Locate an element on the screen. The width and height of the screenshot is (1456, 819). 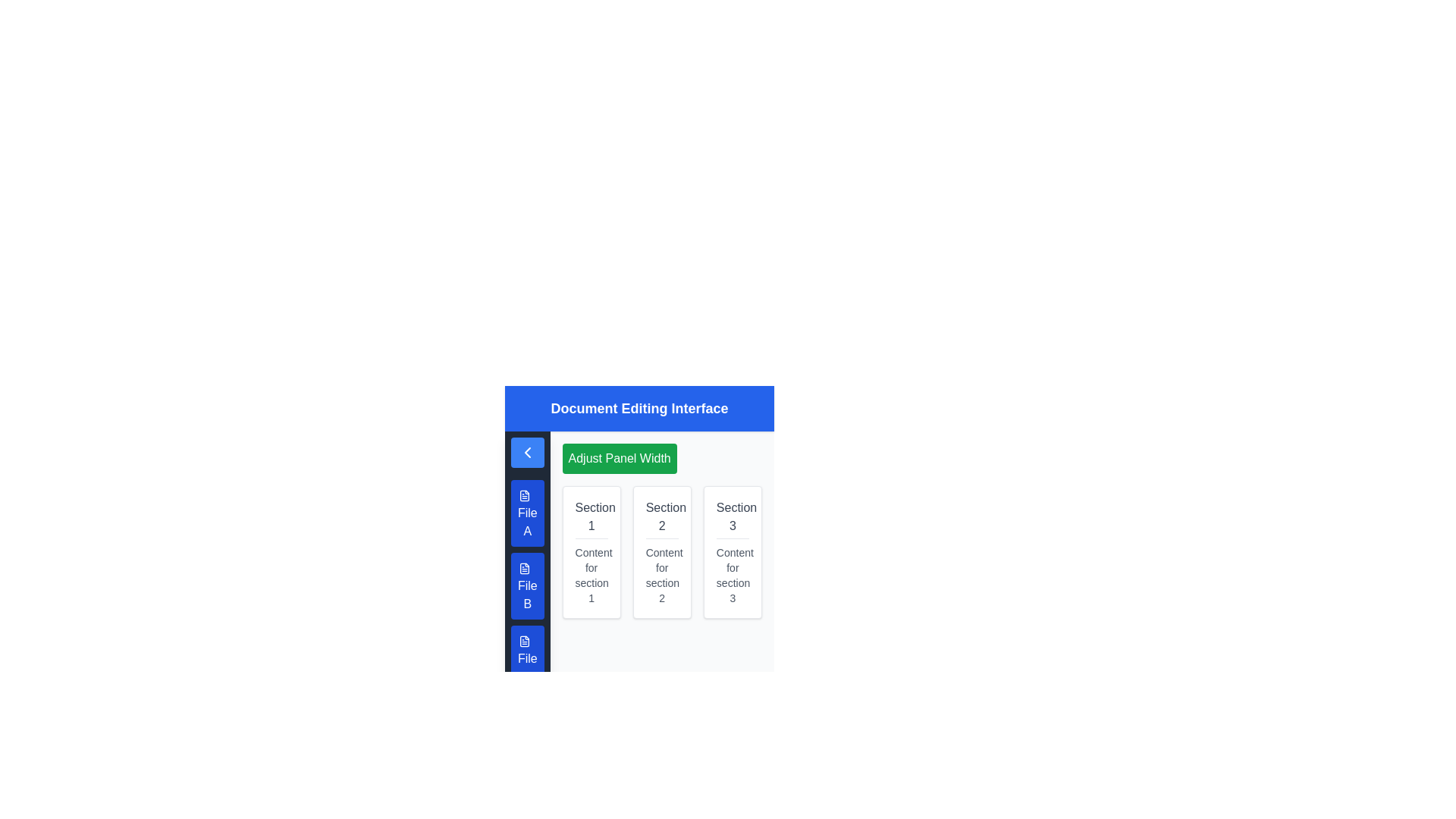
the chevron icon located in the upper section of the vertical menu on the left side of the interface is located at coordinates (527, 452).